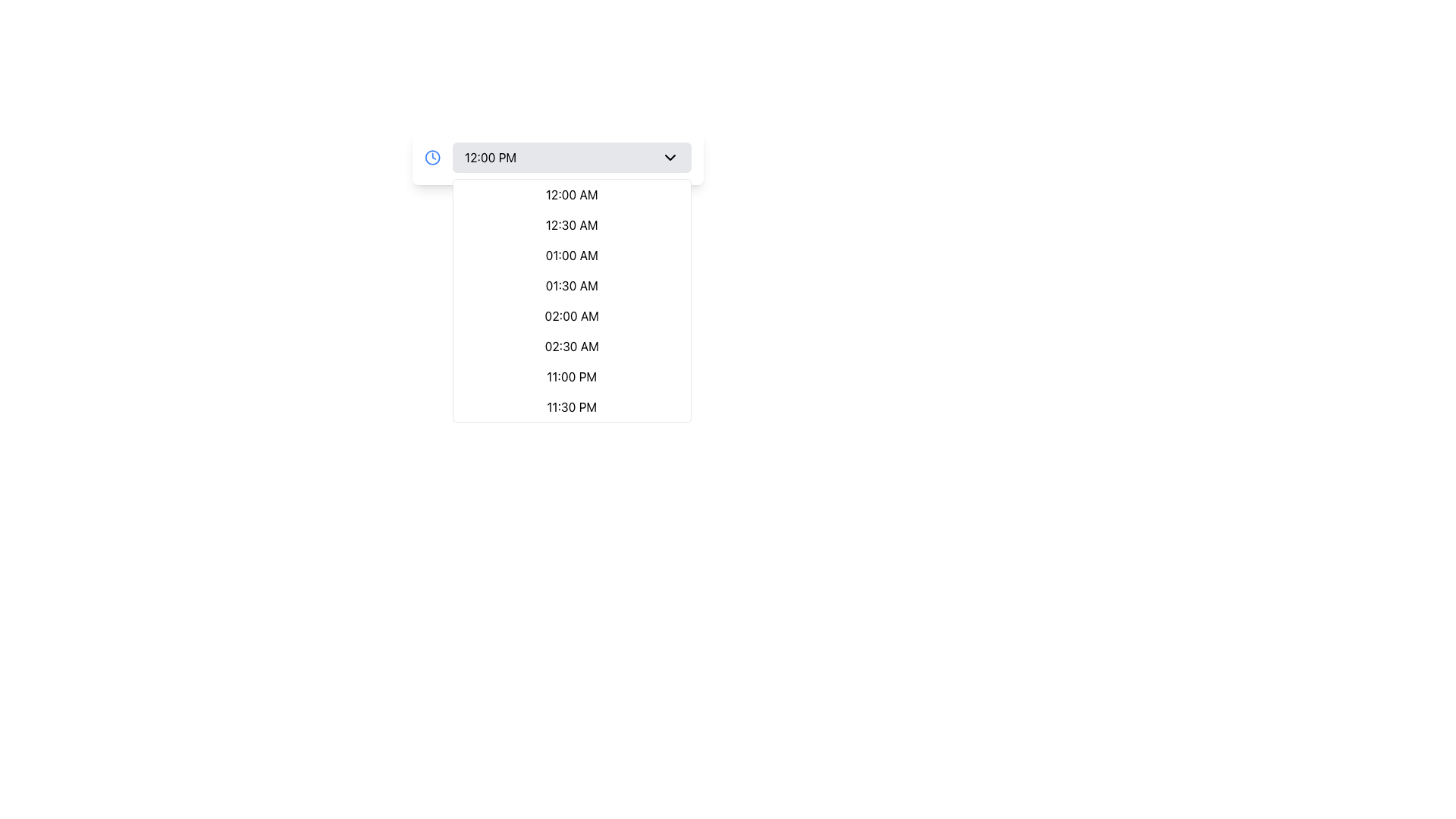  Describe the element at coordinates (570, 158) in the screenshot. I see `the Dropdown menu` at that location.